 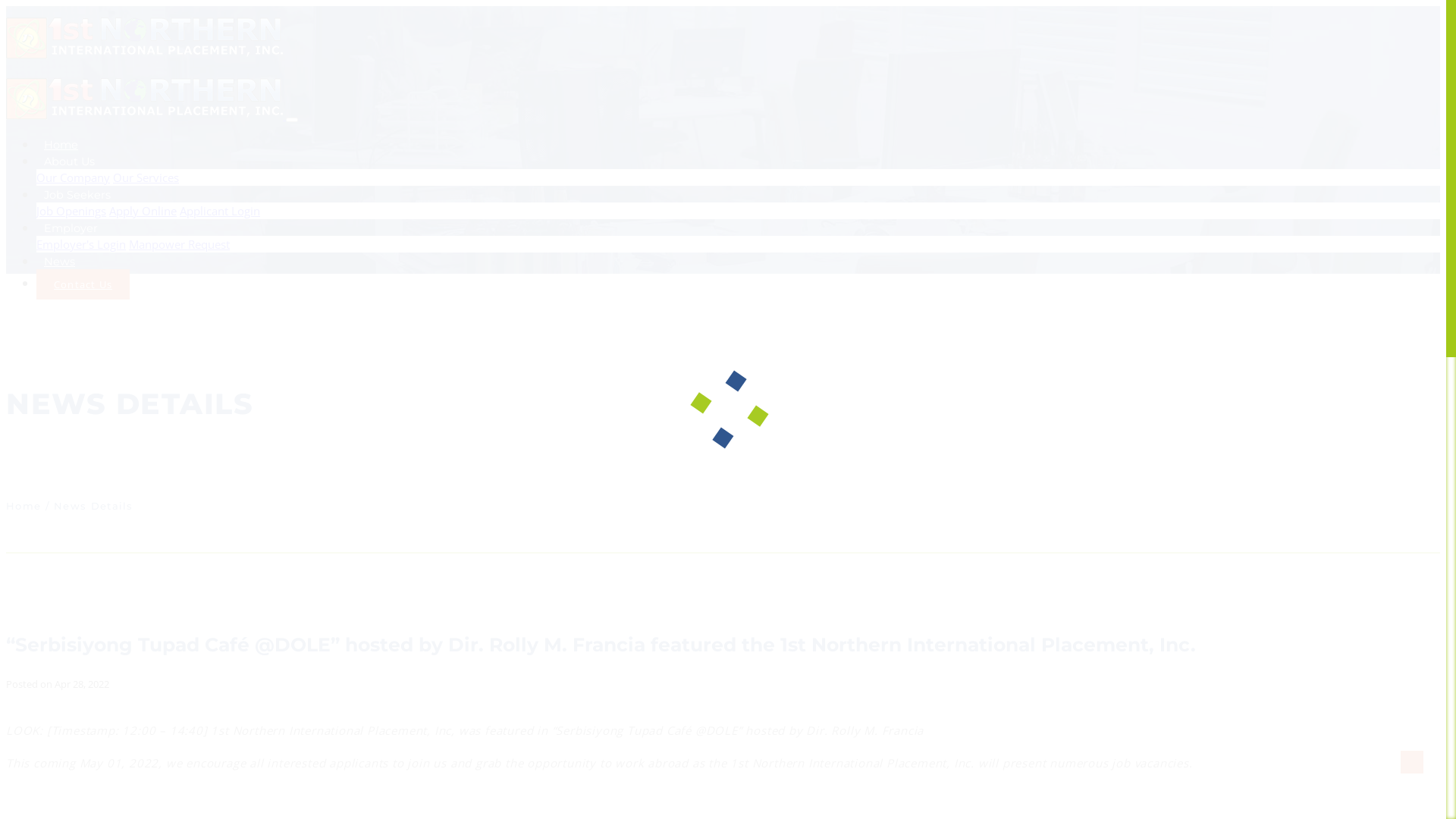 What do you see at coordinates (179, 243) in the screenshot?
I see `'Manpower Request'` at bounding box center [179, 243].